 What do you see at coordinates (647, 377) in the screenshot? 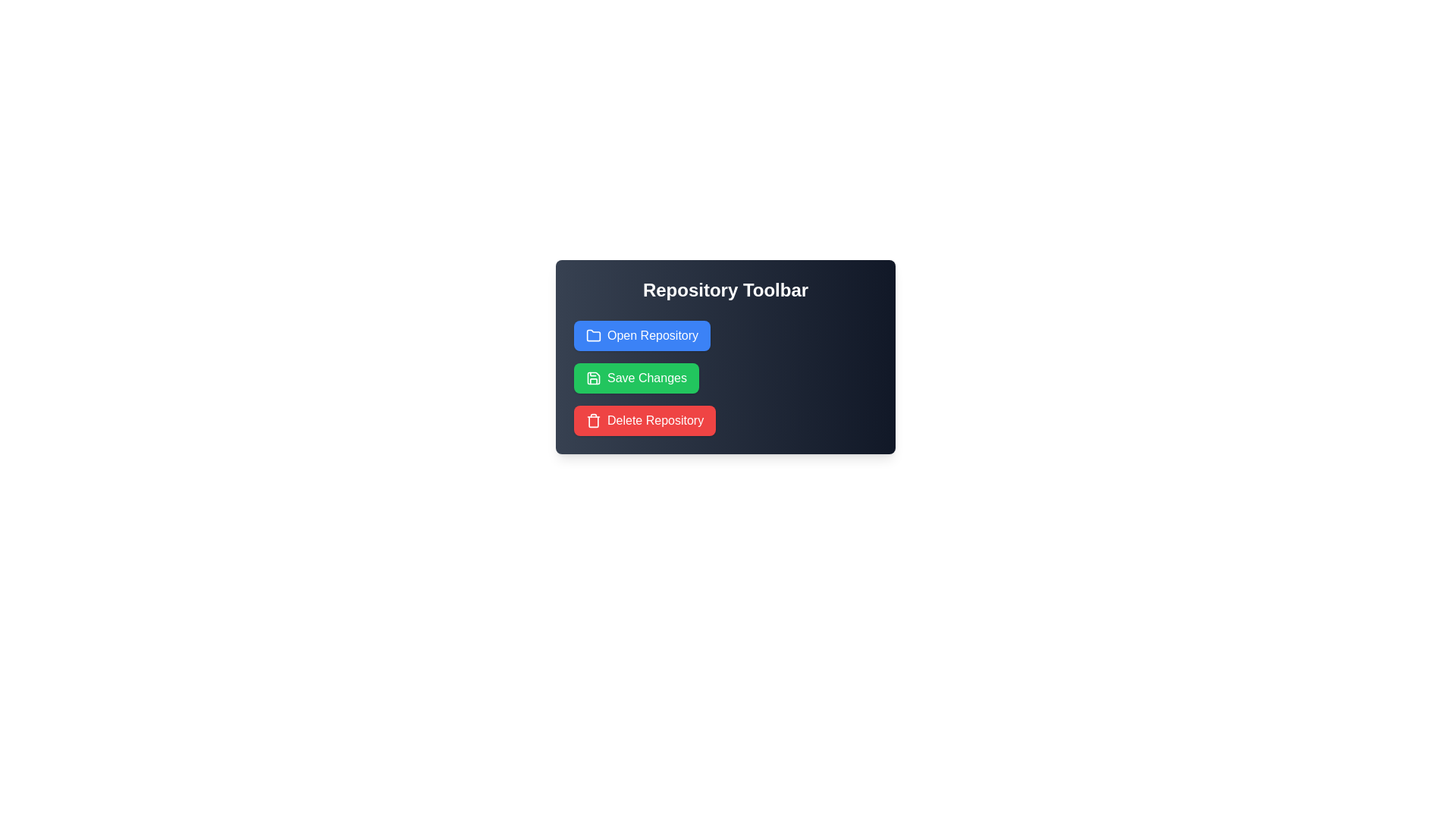
I see `the confirm and save button located beneath the blue 'Open Repository' button and above the red 'Delete Repository' button` at bounding box center [647, 377].